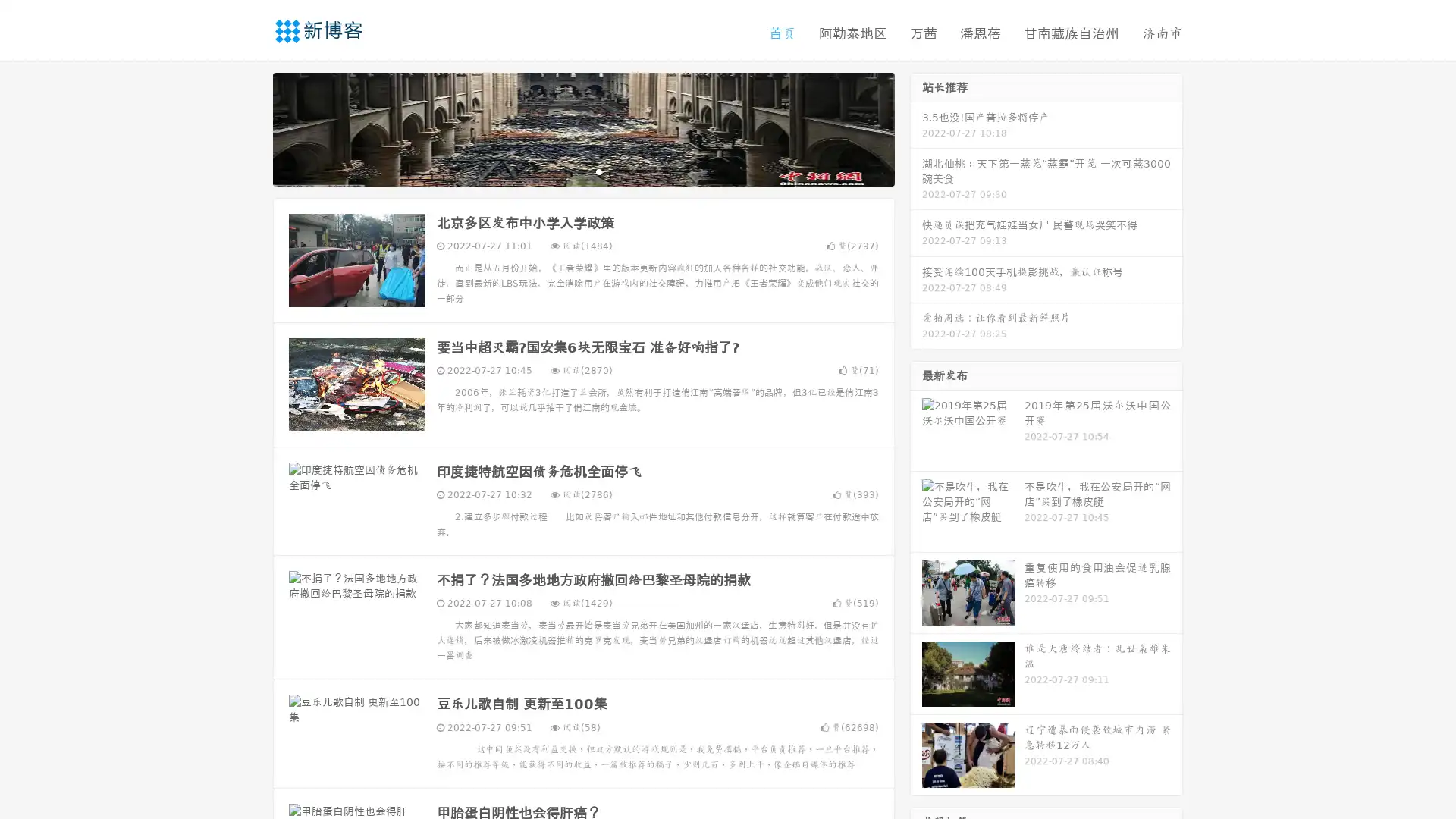  Describe the element at coordinates (250, 127) in the screenshot. I see `Previous slide` at that location.